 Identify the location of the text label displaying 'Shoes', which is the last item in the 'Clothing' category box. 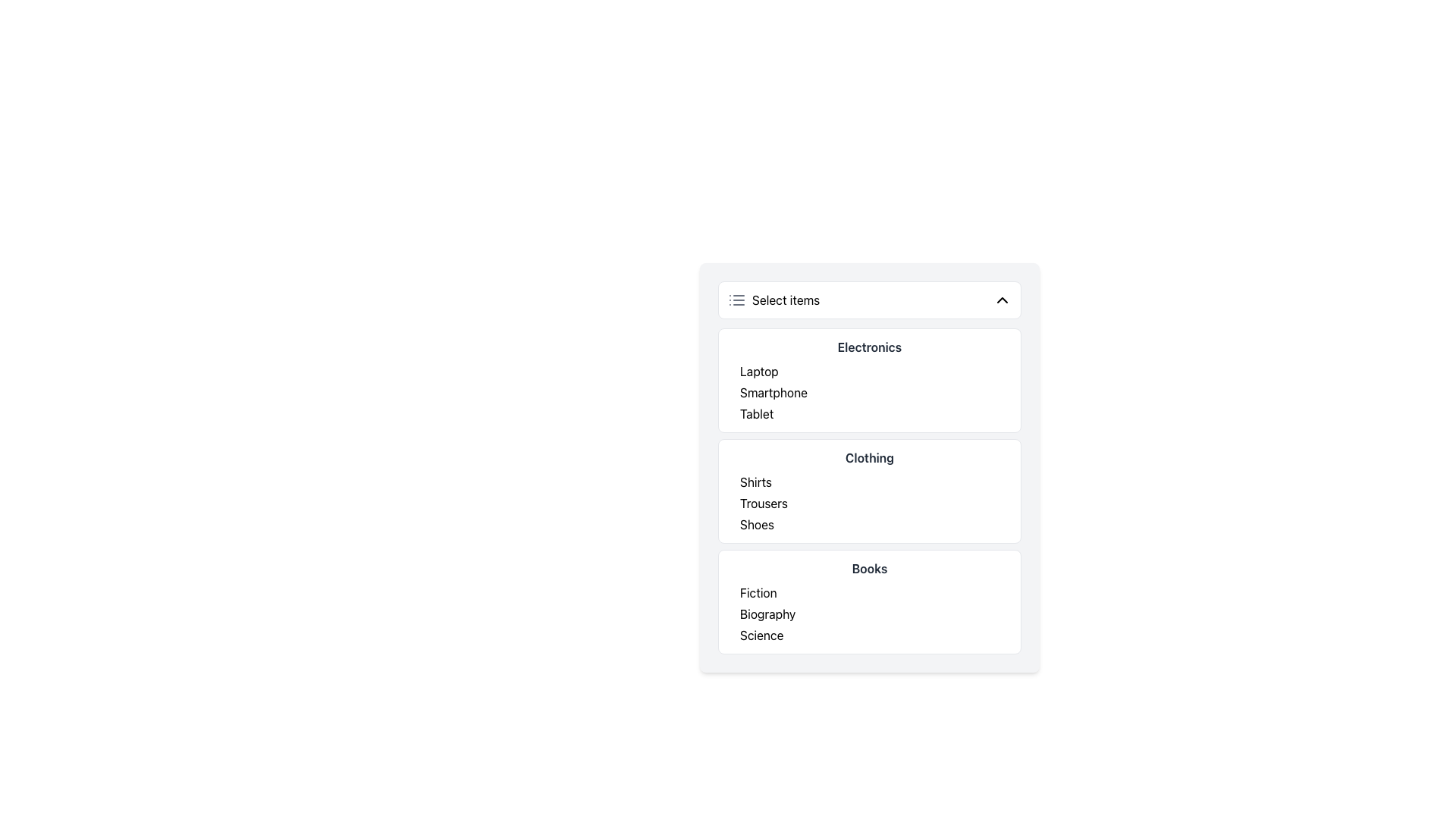
(757, 523).